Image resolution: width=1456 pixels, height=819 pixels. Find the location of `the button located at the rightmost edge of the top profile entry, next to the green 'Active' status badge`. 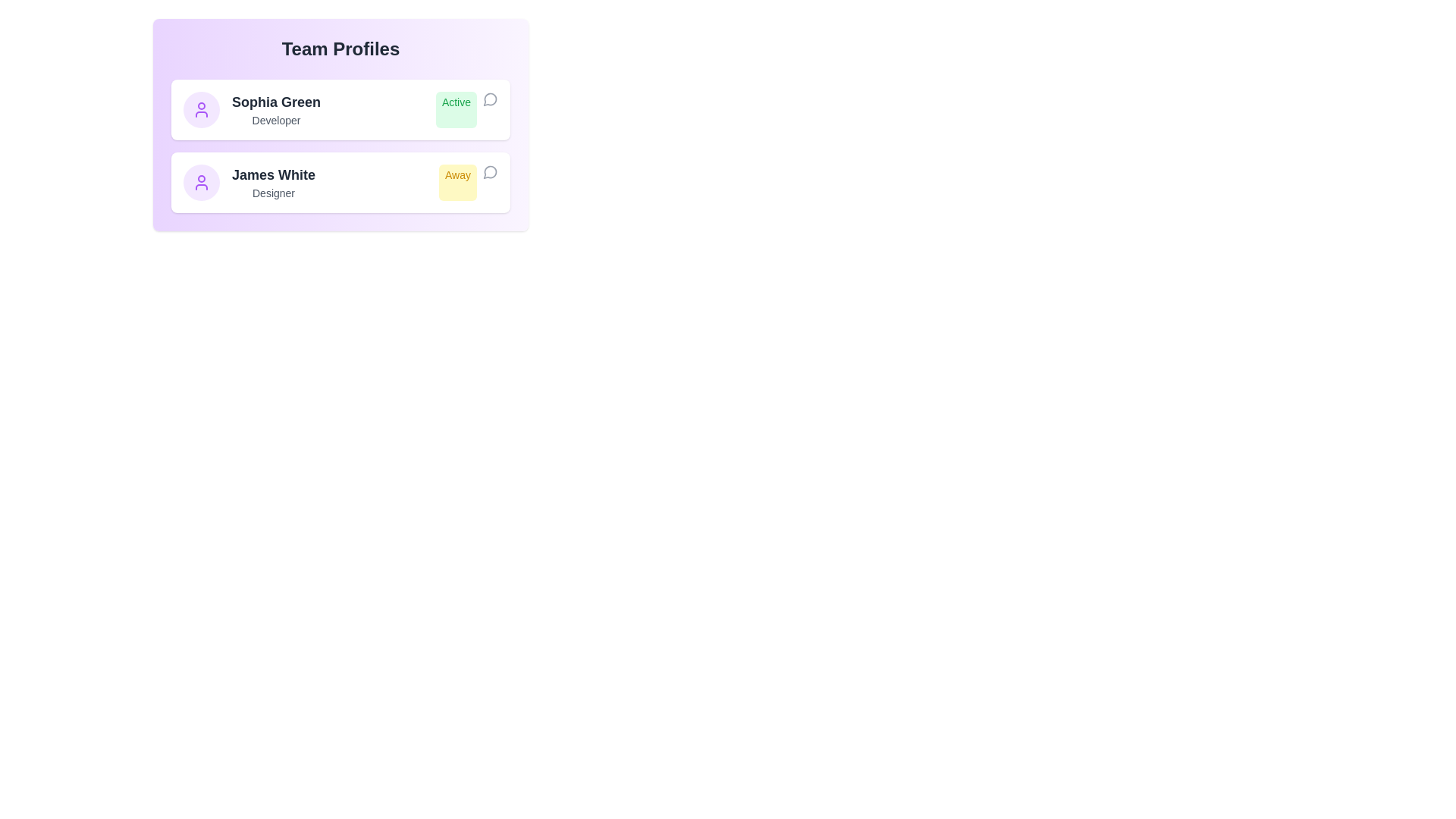

the button located at the rightmost edge of the top profile entry, next to the green 'Active' status badge is located at coordinates (490, 99).